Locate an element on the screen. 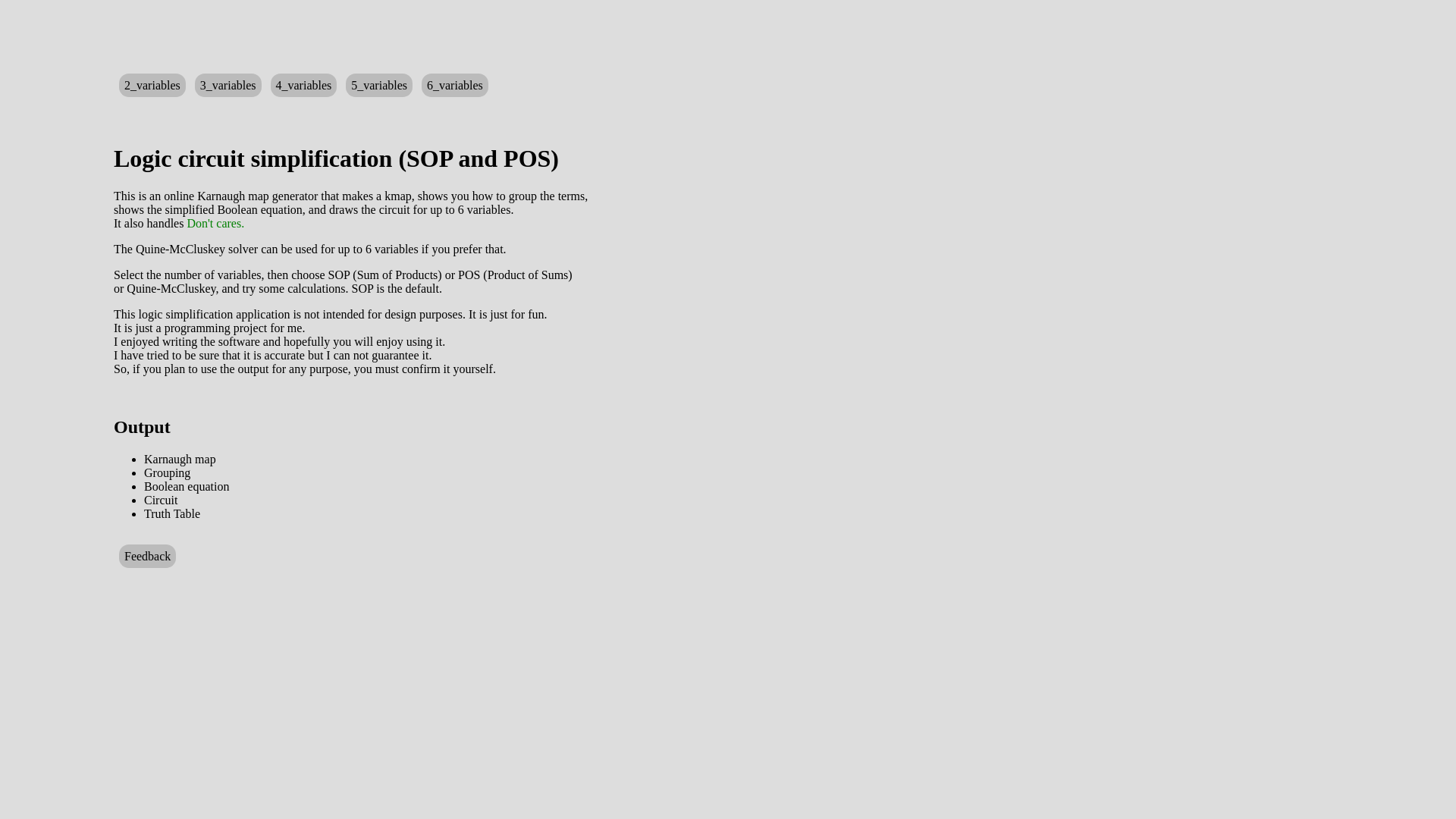 The height and width of the screenshot is (819, 1456). '5_variables' is located at coordinates (345, 85).